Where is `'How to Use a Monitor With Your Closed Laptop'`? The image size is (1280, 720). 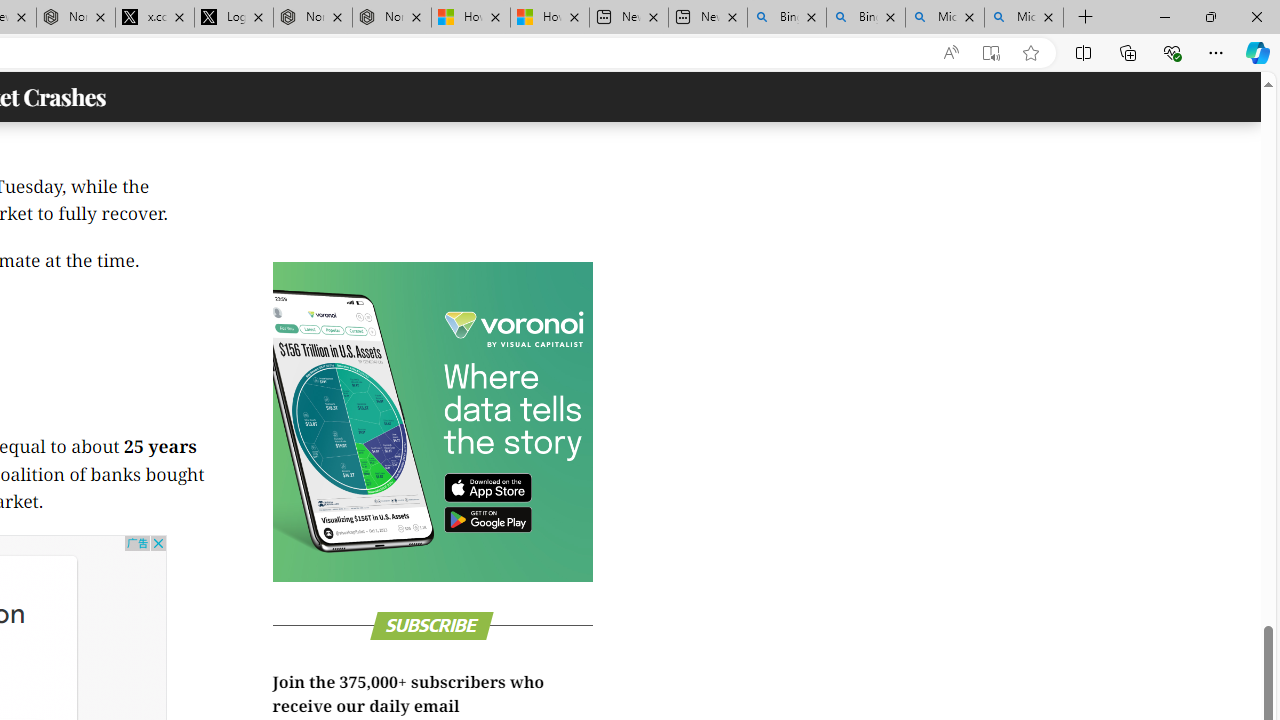 'How to Use a Monitor With Your Closed Laptop' is located at coordinates (549, 17).